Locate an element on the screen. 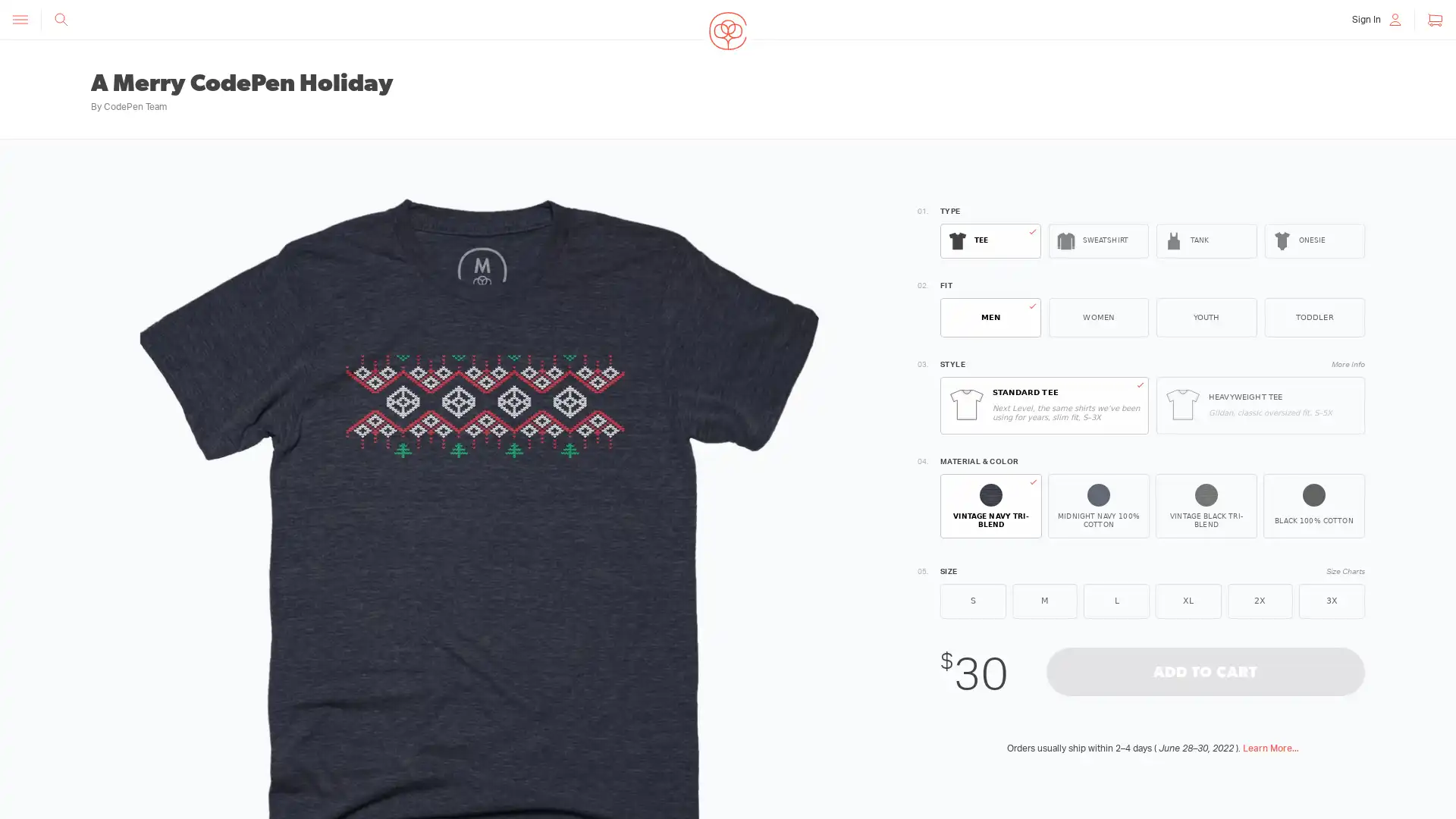 The height and width of the screenshot is (819, 1456). M is located at coordinates (1043, 599).